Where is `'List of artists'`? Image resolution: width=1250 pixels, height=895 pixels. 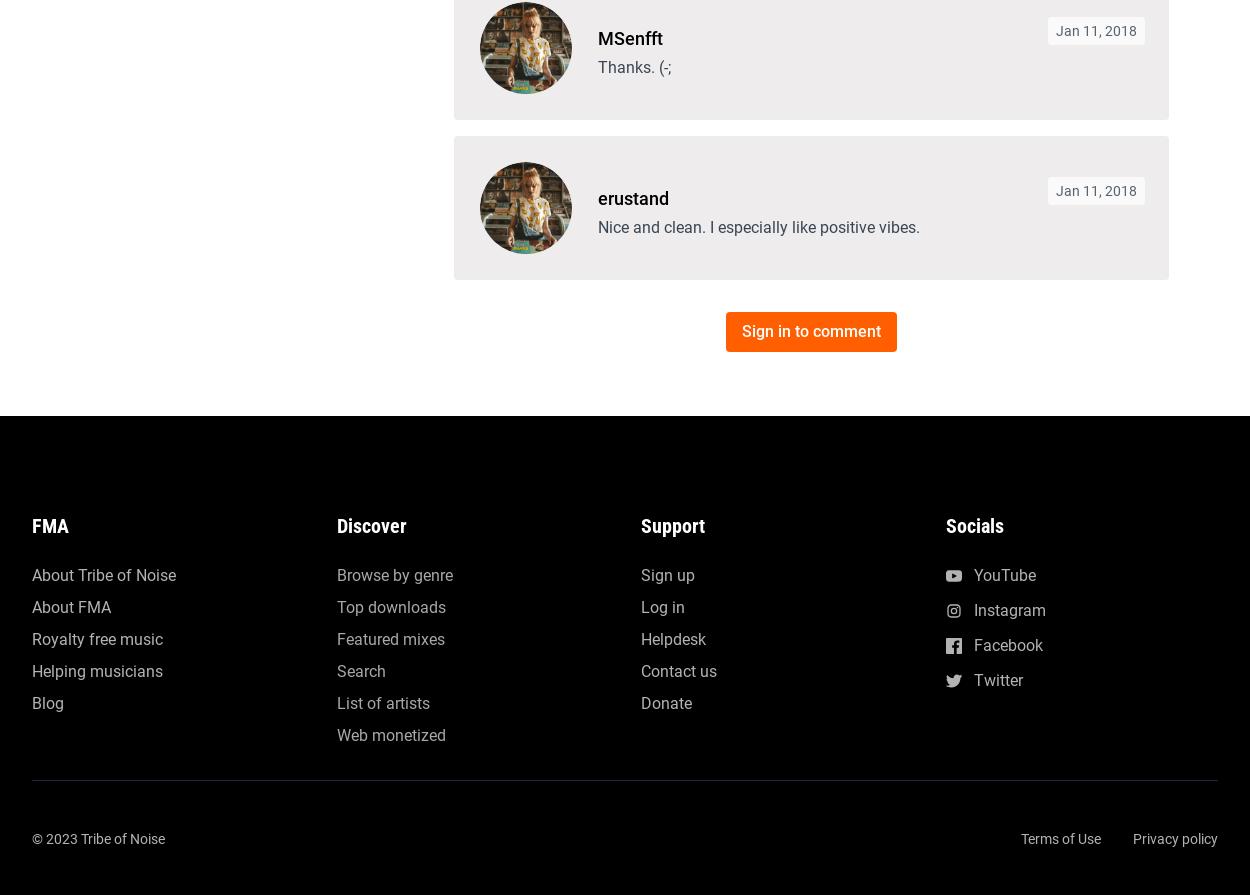 'List of artists' is located at coordinates (382, 67).